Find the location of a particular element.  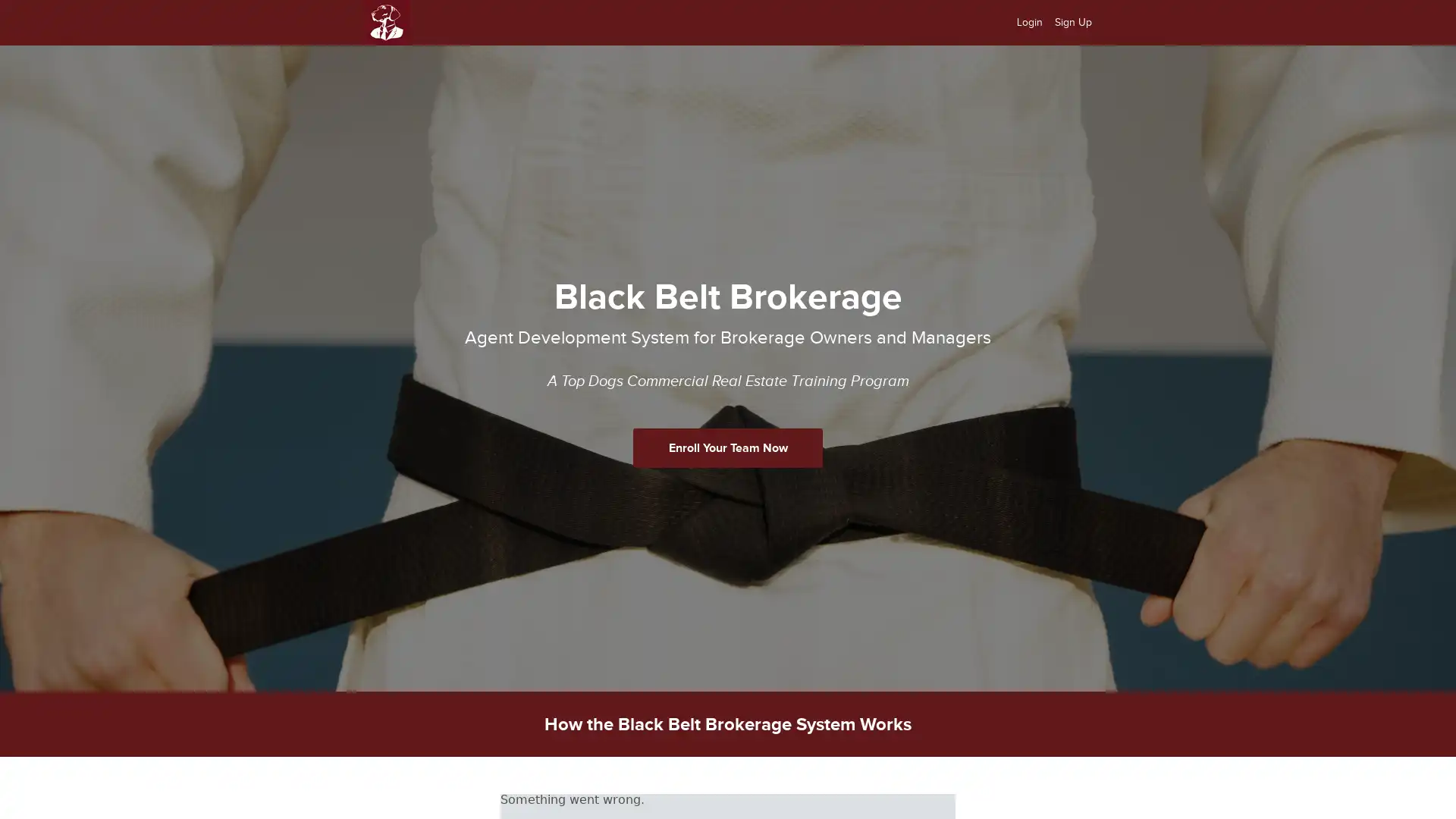

Enroll Your Team Now is located at coordinates (728, 447).